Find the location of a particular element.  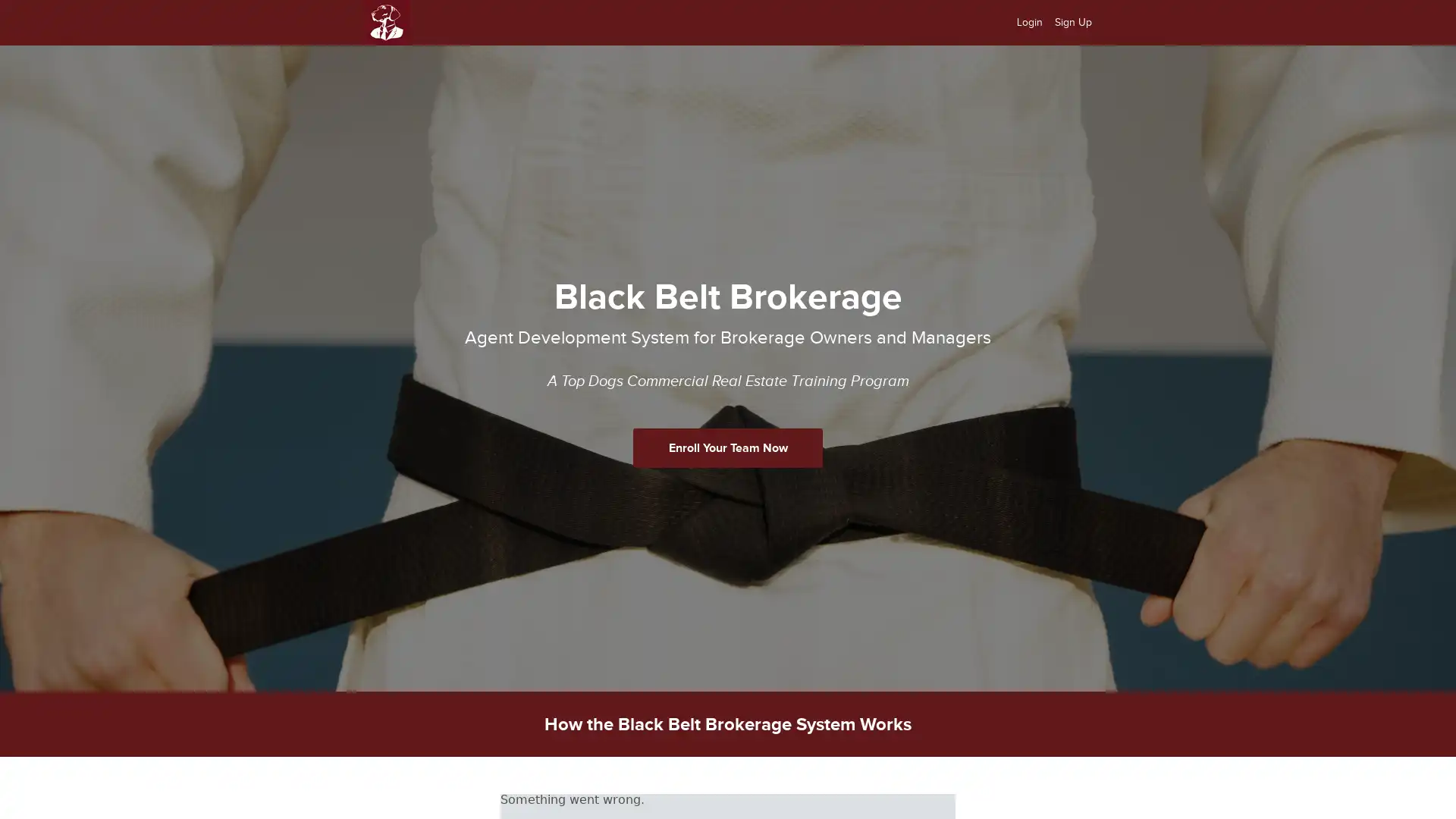

Enroll Your Team Now is located at coordinates (728, 447).